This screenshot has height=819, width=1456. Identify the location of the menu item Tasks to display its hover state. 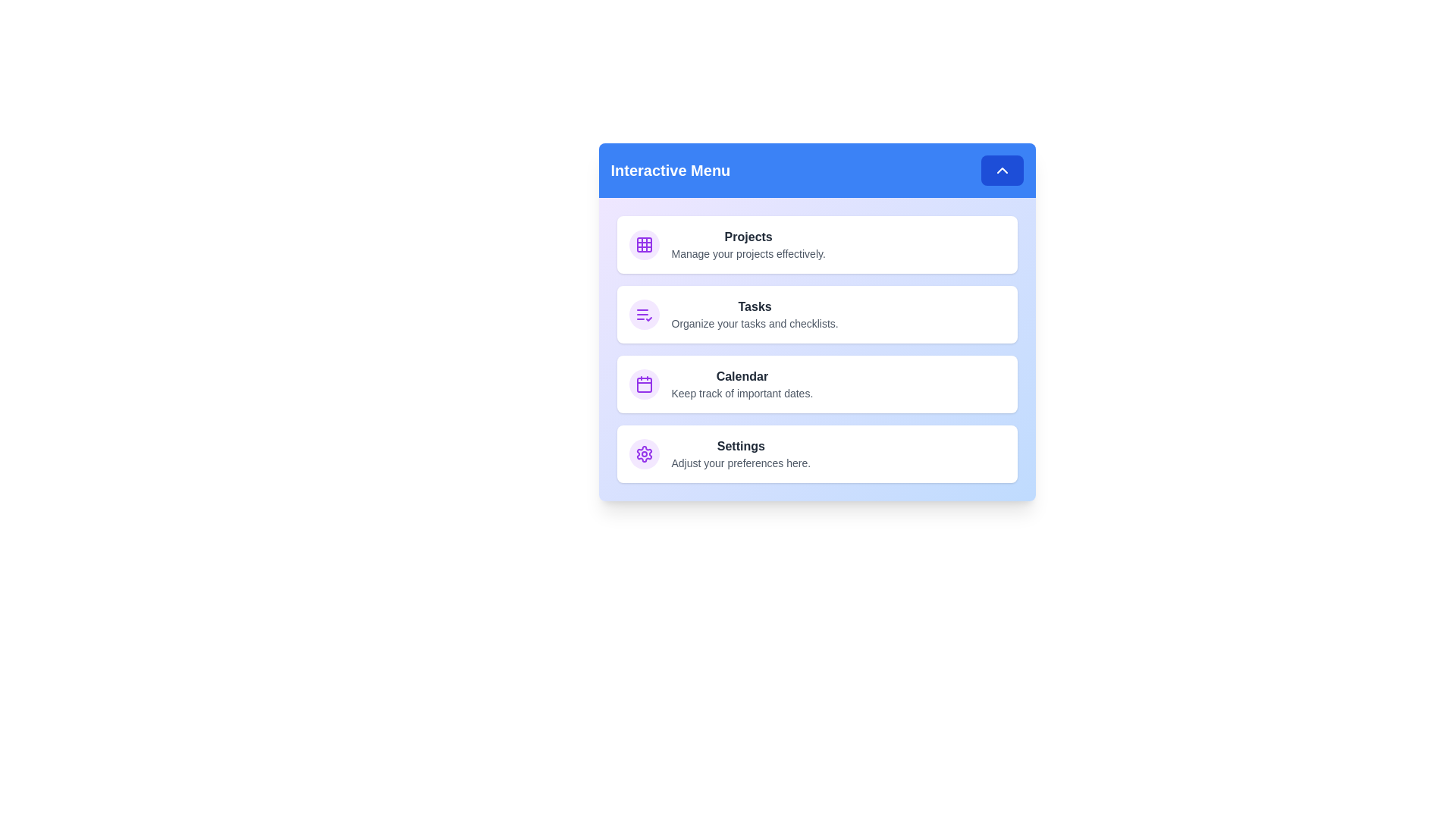
(816, 314).